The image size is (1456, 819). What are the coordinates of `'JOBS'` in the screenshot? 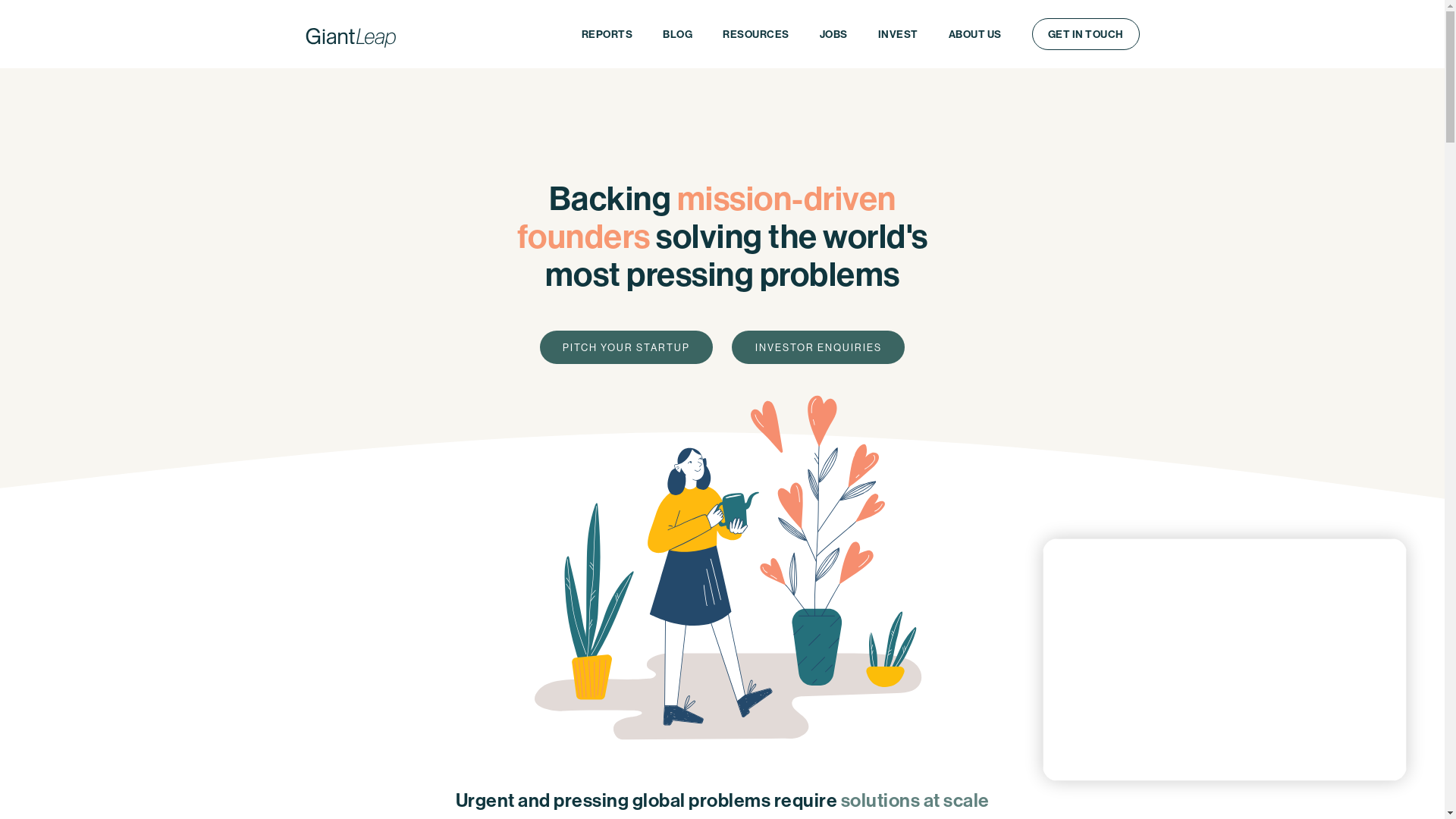 It's located at (803, 34).